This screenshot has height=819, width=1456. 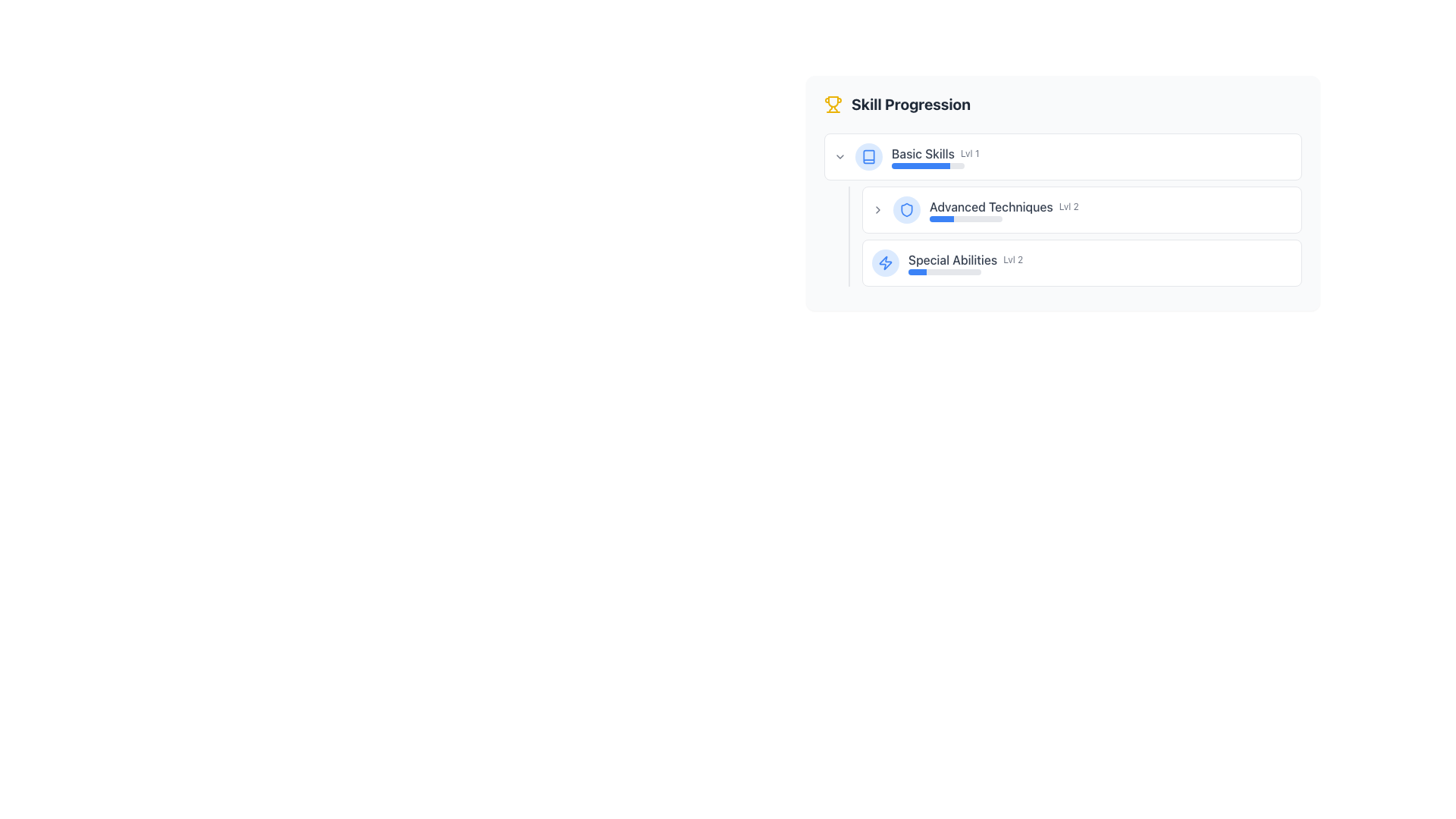 What do you see at coordinates (941, 219) in the screenshot?
I see `the blue filled segment of the progress bar representing progress next to the 'Advanced Techniques Lv 2' label in the 'Skill Progression' section` at bounding box center [941, 219].